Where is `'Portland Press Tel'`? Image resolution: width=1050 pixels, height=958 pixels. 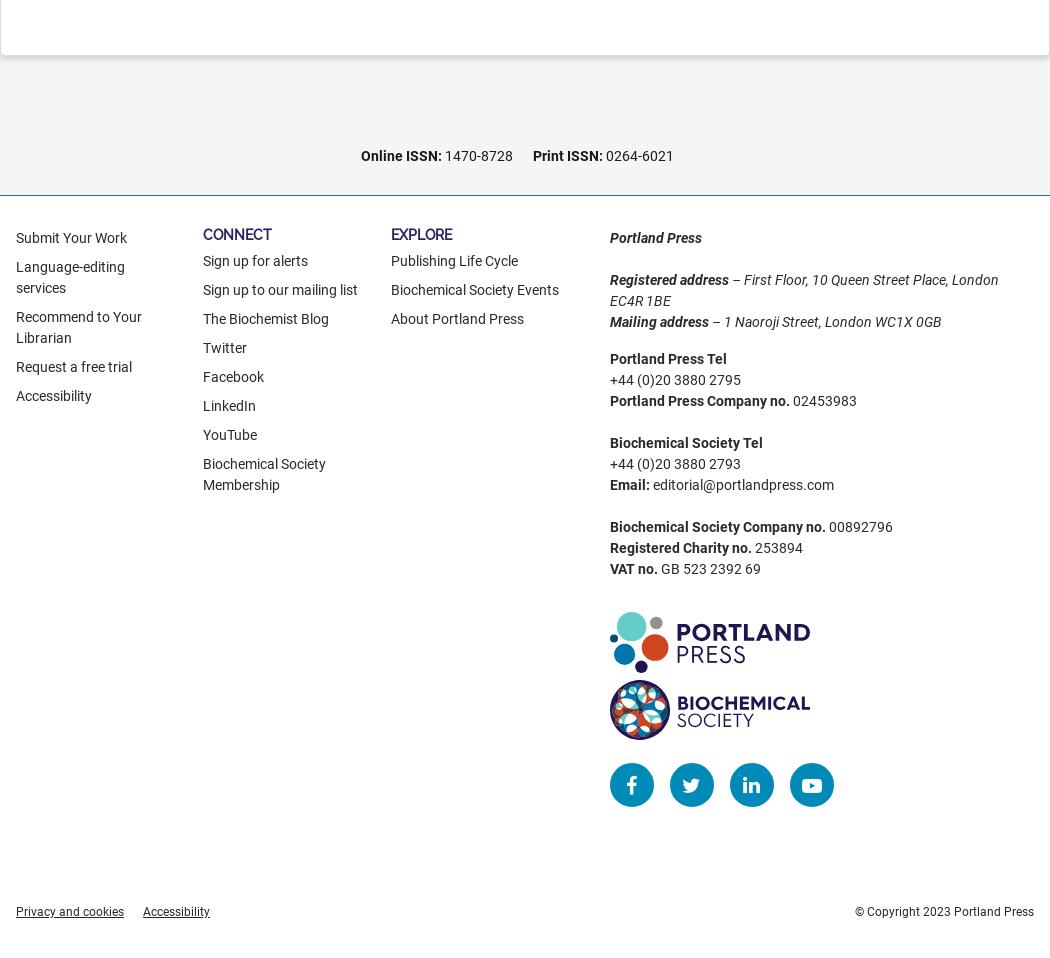 'Portland Press Tel' is located at coordinates (666, 357).